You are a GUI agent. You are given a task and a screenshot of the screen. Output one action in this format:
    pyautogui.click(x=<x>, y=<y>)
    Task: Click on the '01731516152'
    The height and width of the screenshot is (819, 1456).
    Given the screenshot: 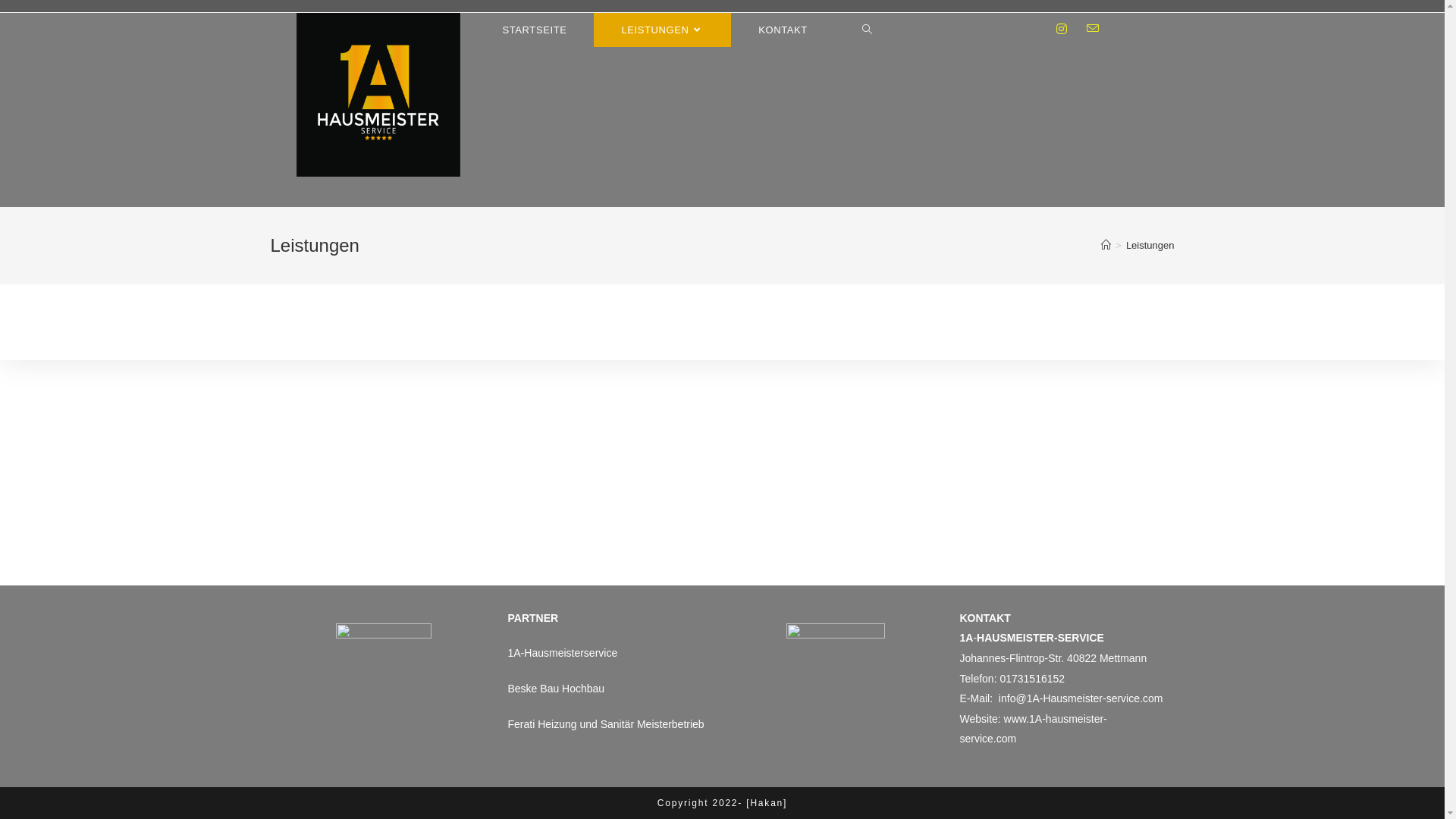 What is the action you would take?
    pyautogui.click(x=1031, y=677)
    